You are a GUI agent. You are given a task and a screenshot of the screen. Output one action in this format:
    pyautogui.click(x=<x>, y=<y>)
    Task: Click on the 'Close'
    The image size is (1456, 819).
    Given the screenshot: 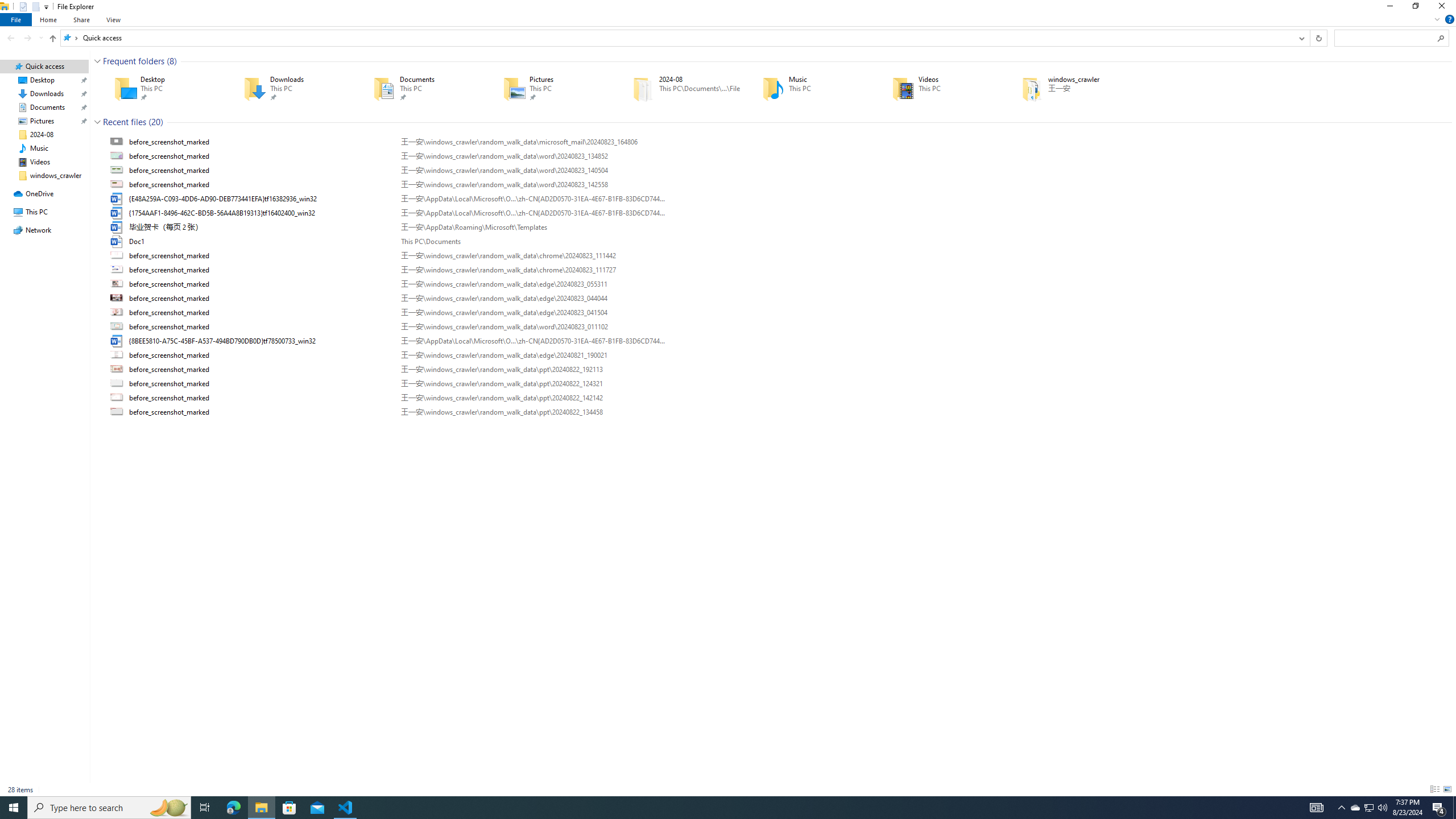 What is the action you would take?
    pyautogui.click(x=1444, y=9)
    